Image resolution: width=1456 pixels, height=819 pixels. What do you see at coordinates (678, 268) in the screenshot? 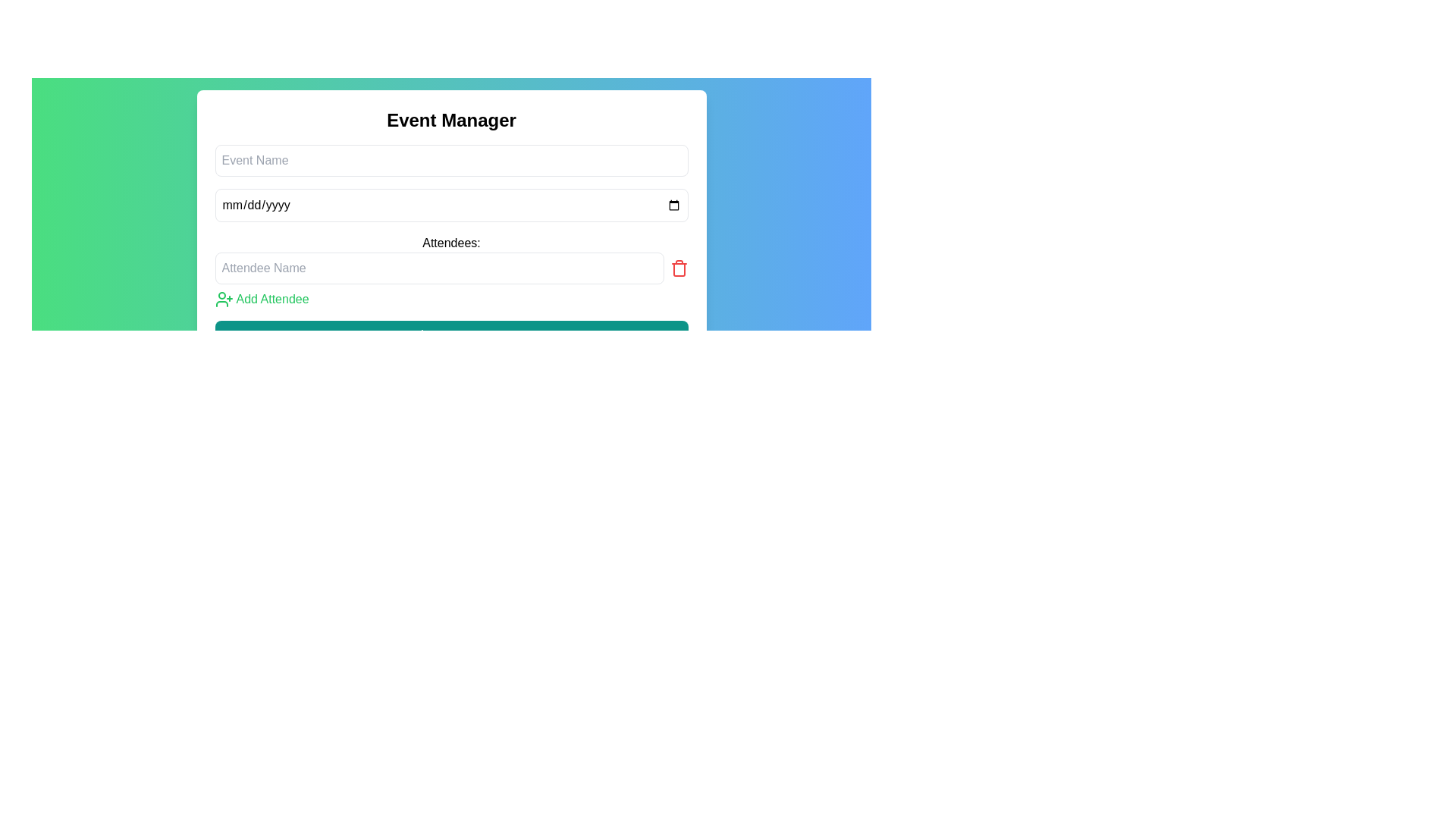
I see `the delete button located on the right-hand side of the attendee name text input field in the 'Attendees' section to initiate deletion` at bounding box center [678, 268].